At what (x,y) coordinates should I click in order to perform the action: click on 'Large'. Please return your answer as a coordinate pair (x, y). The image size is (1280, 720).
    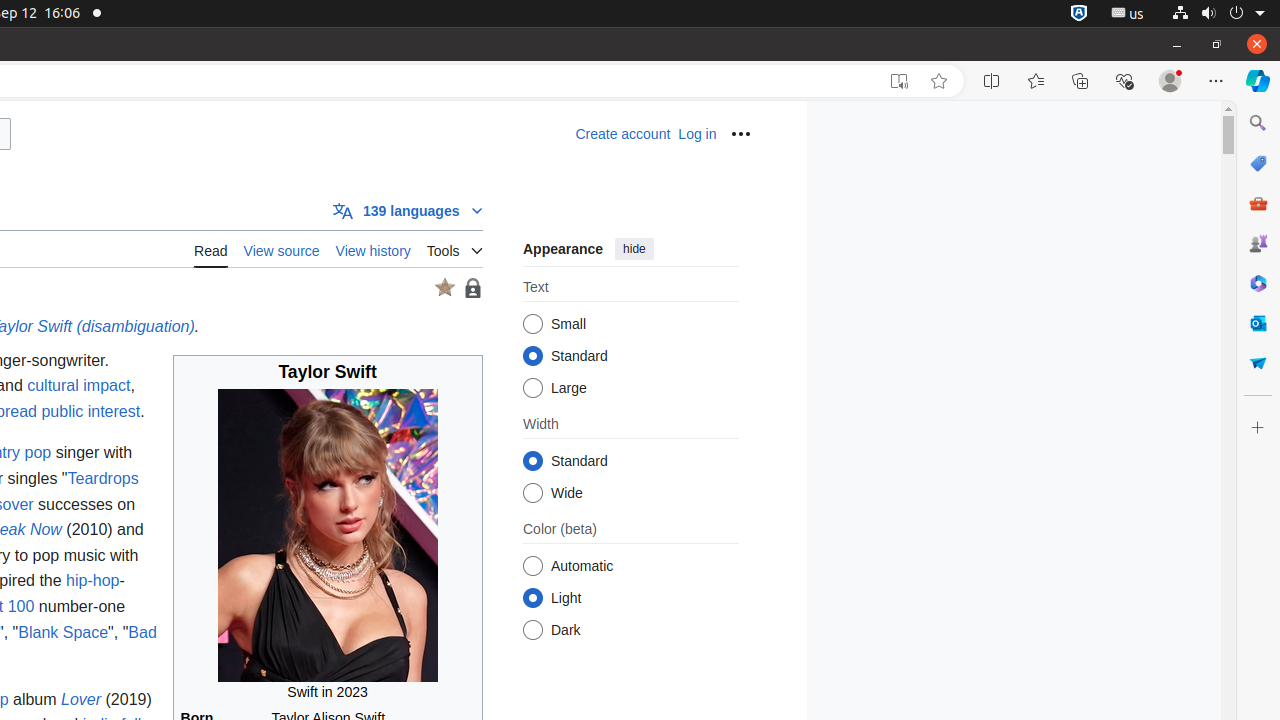
    Looking at the image, I should click on (532, 388).